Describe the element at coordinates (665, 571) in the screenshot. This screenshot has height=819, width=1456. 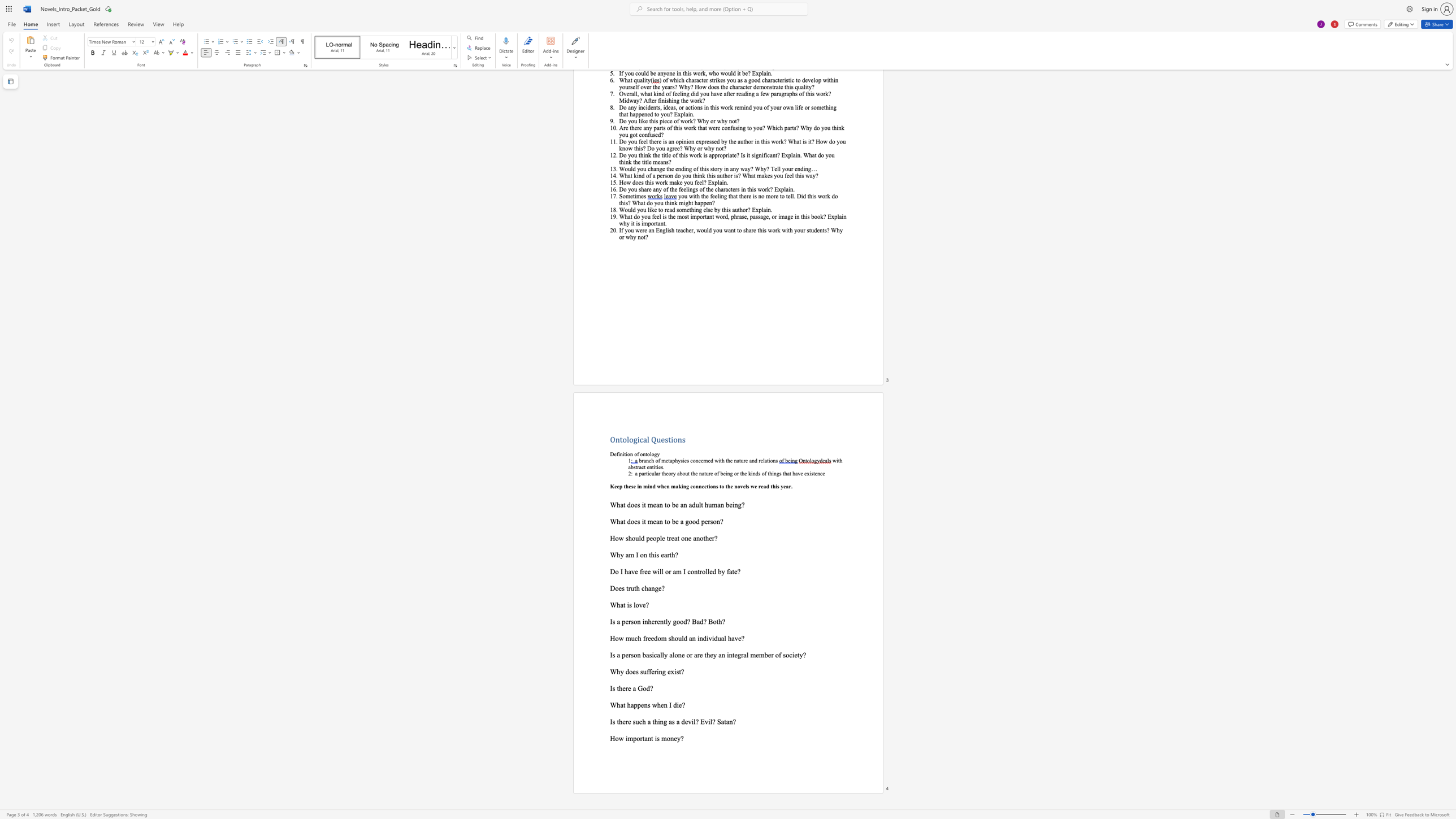
I see `the subset text "or am I controlle" within the text "Do I have free will or am I controlled by fate?"` at that location.